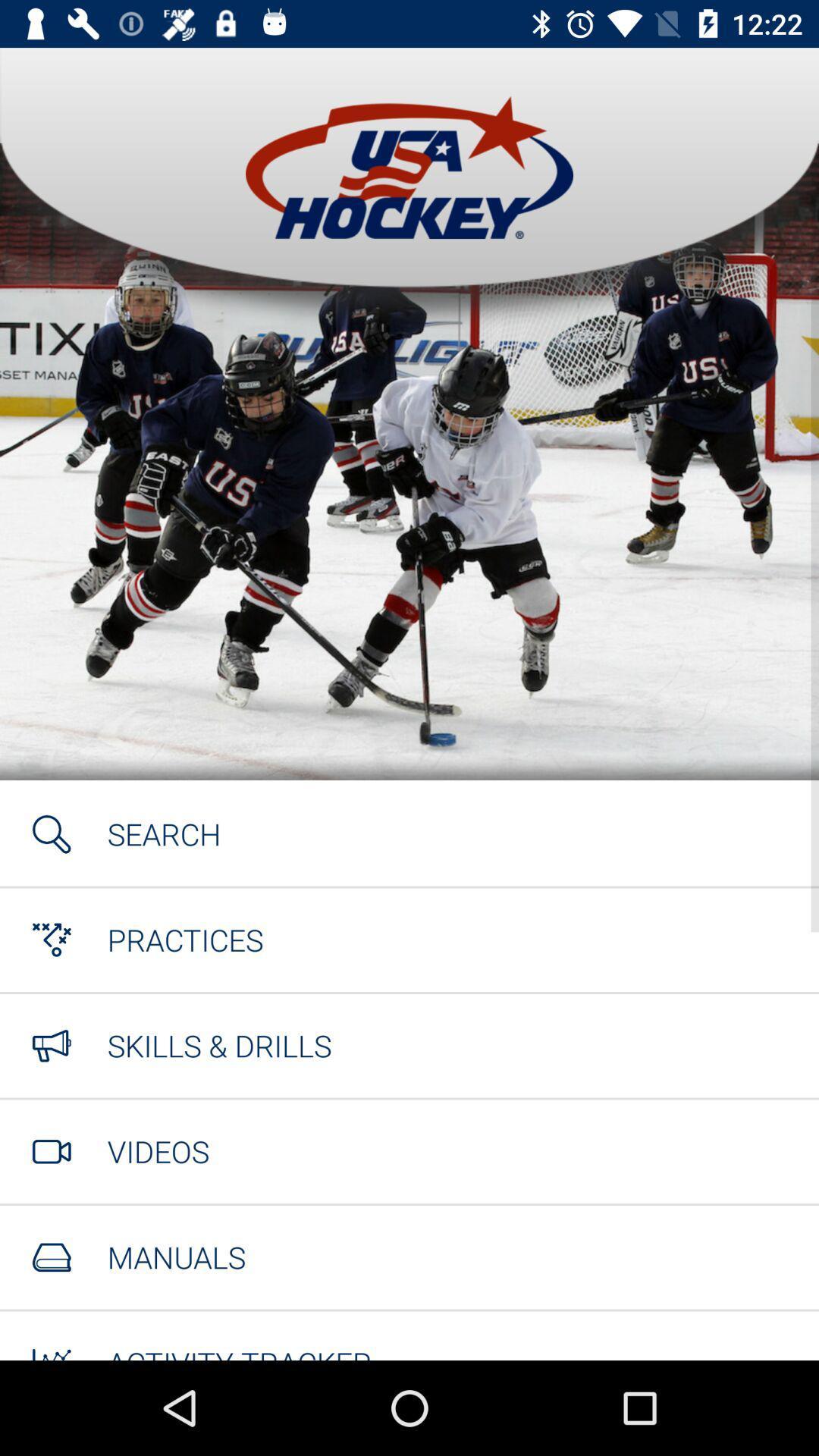 The image size is (819, 1456). What do you see at coordinates (219, 1044) in the screenshot?
I see `skills & drills icon` at bounding box center [219, 1044].